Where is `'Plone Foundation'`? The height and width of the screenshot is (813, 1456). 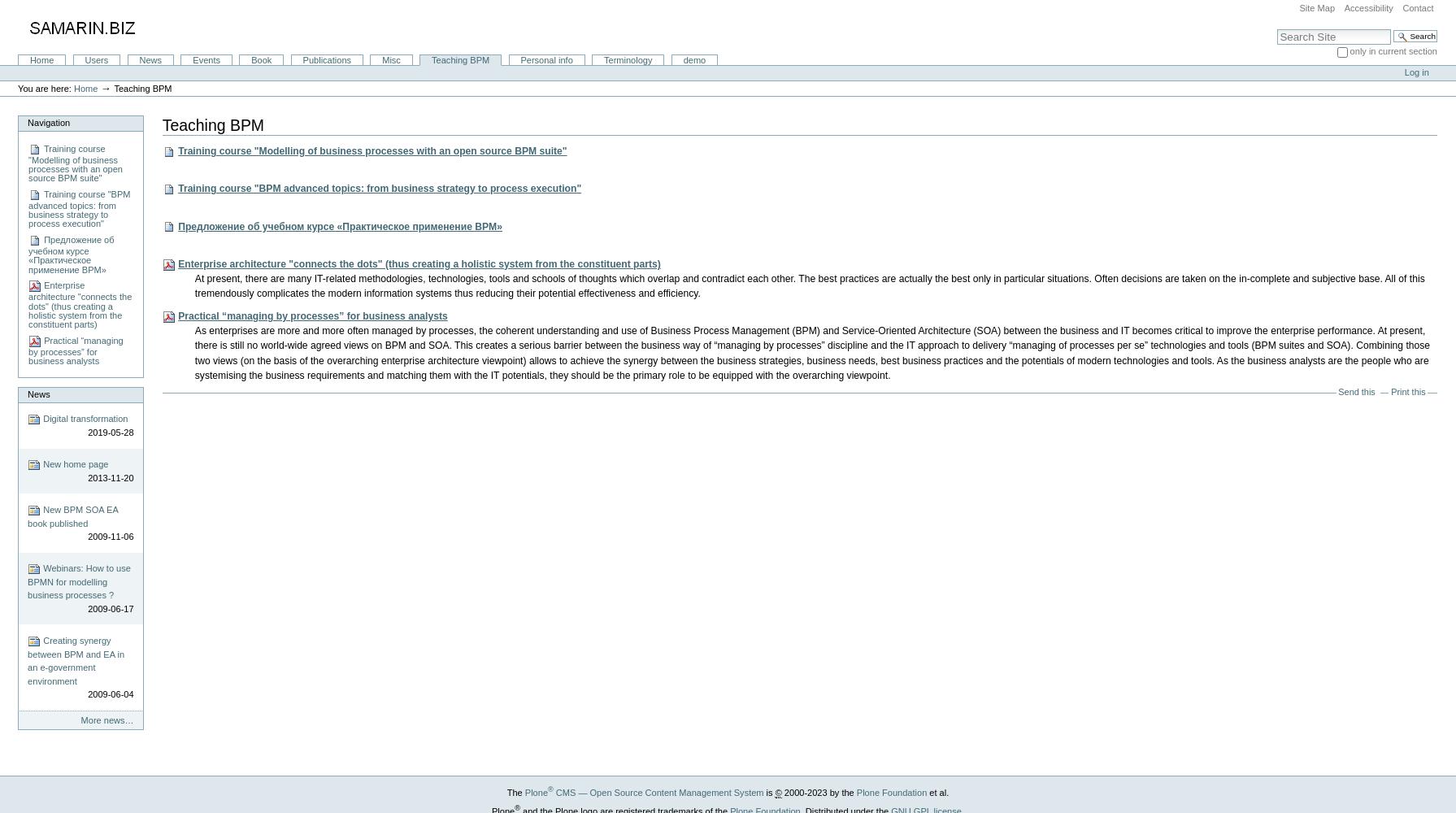 'Plone Foundation' is located at coordinates (890, 791).